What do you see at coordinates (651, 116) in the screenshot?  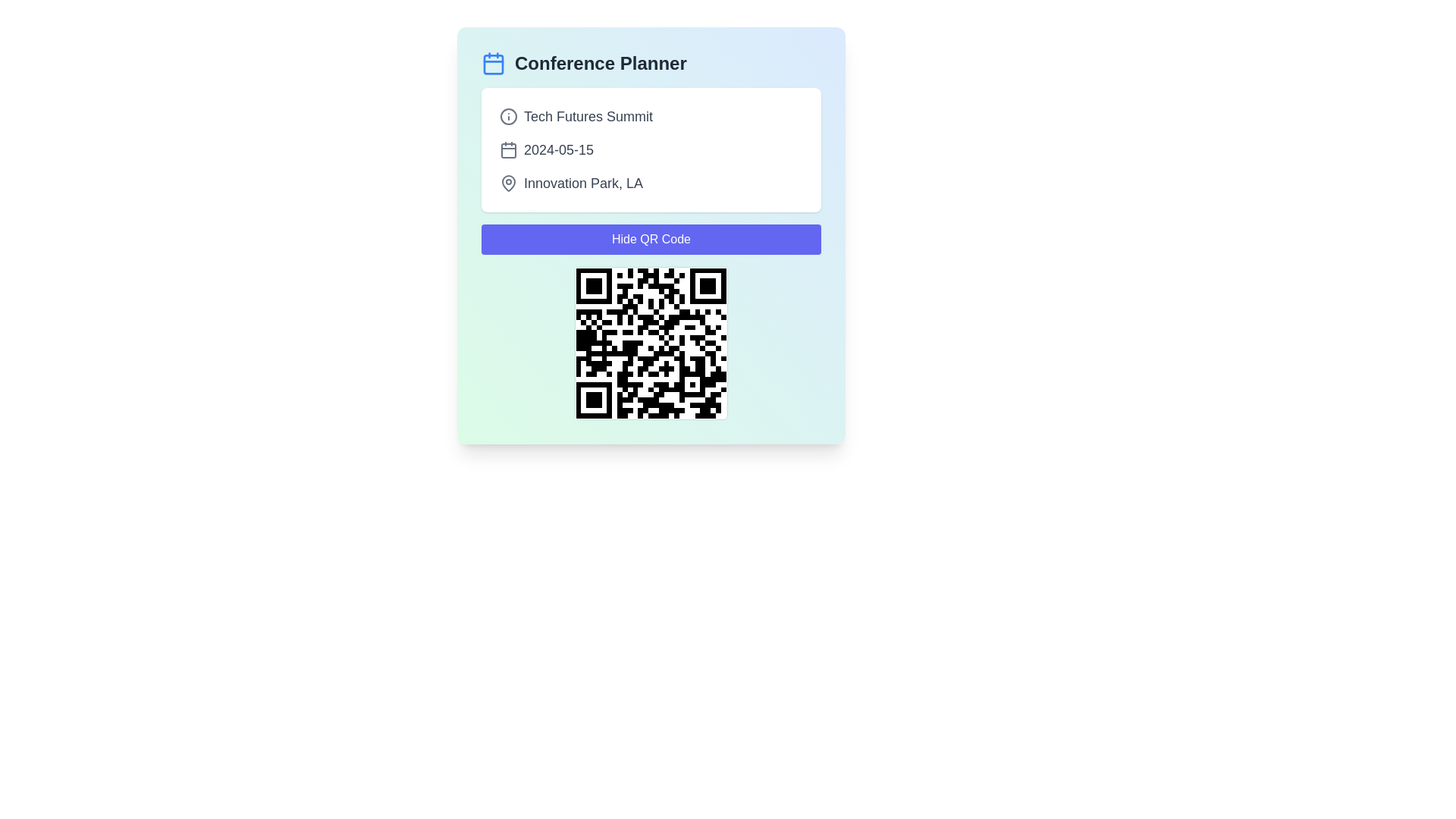 I see `text displayed on the label for the event 'Tech Futures Summit', located in the central part of the white card above the date '2024-05-15'` at bounding box center [651, 116].